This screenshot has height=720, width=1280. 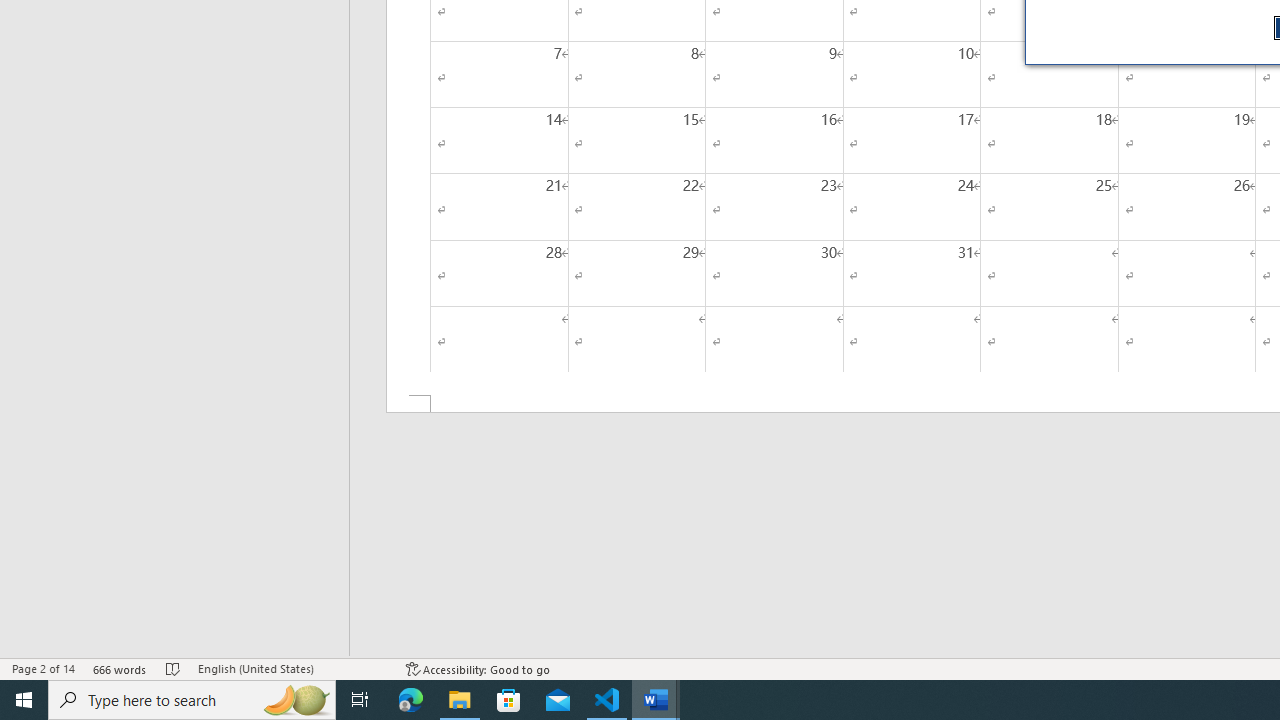 What do you see at coordinates (459, 698) in the screenshot?
I see `'File Explorer - 1 running window'` at bounding box center [459, 698].